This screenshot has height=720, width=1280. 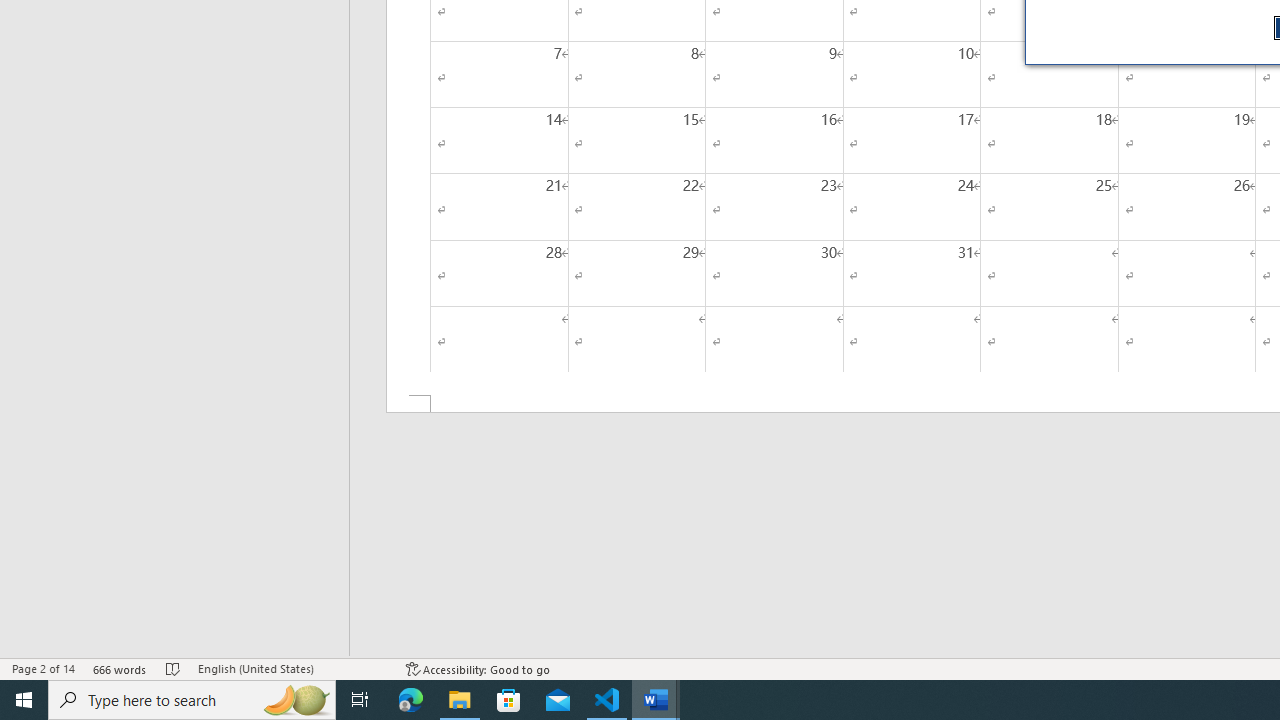 What do you see at coordinates (459, 698) in the screenshot?
I see `'File Explorer - 1 running window'` at bounding box center [459, 698].